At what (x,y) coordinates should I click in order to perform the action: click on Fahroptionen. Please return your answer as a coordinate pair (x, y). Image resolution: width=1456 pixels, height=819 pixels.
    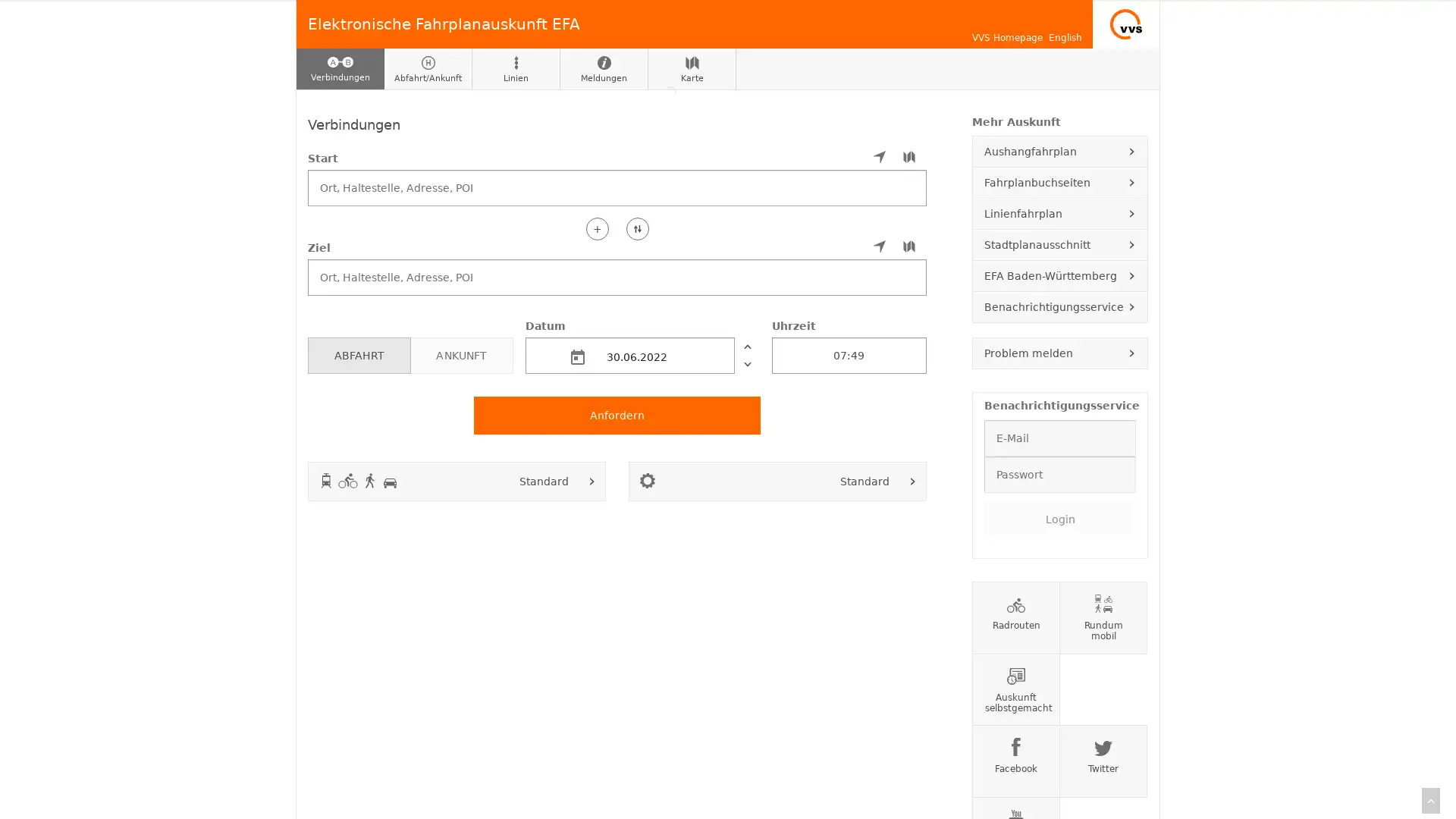
    Looking at the image, I should click on (912, 480).